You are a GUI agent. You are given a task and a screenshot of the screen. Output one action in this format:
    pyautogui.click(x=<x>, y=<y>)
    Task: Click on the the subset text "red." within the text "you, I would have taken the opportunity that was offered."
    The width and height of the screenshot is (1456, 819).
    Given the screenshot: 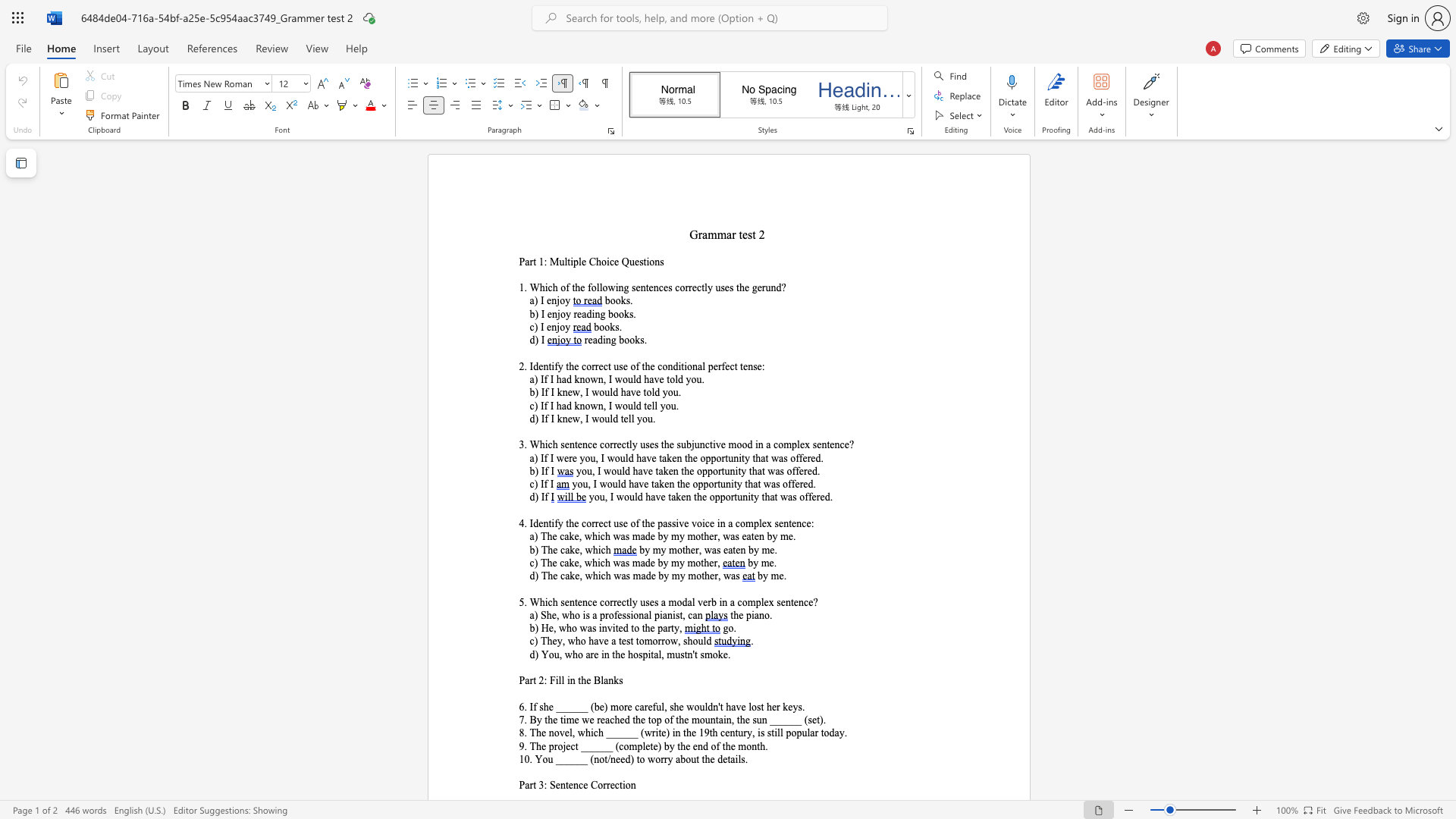 What is the action you would take?
    pyautogui.click(x=803, y=470)
    